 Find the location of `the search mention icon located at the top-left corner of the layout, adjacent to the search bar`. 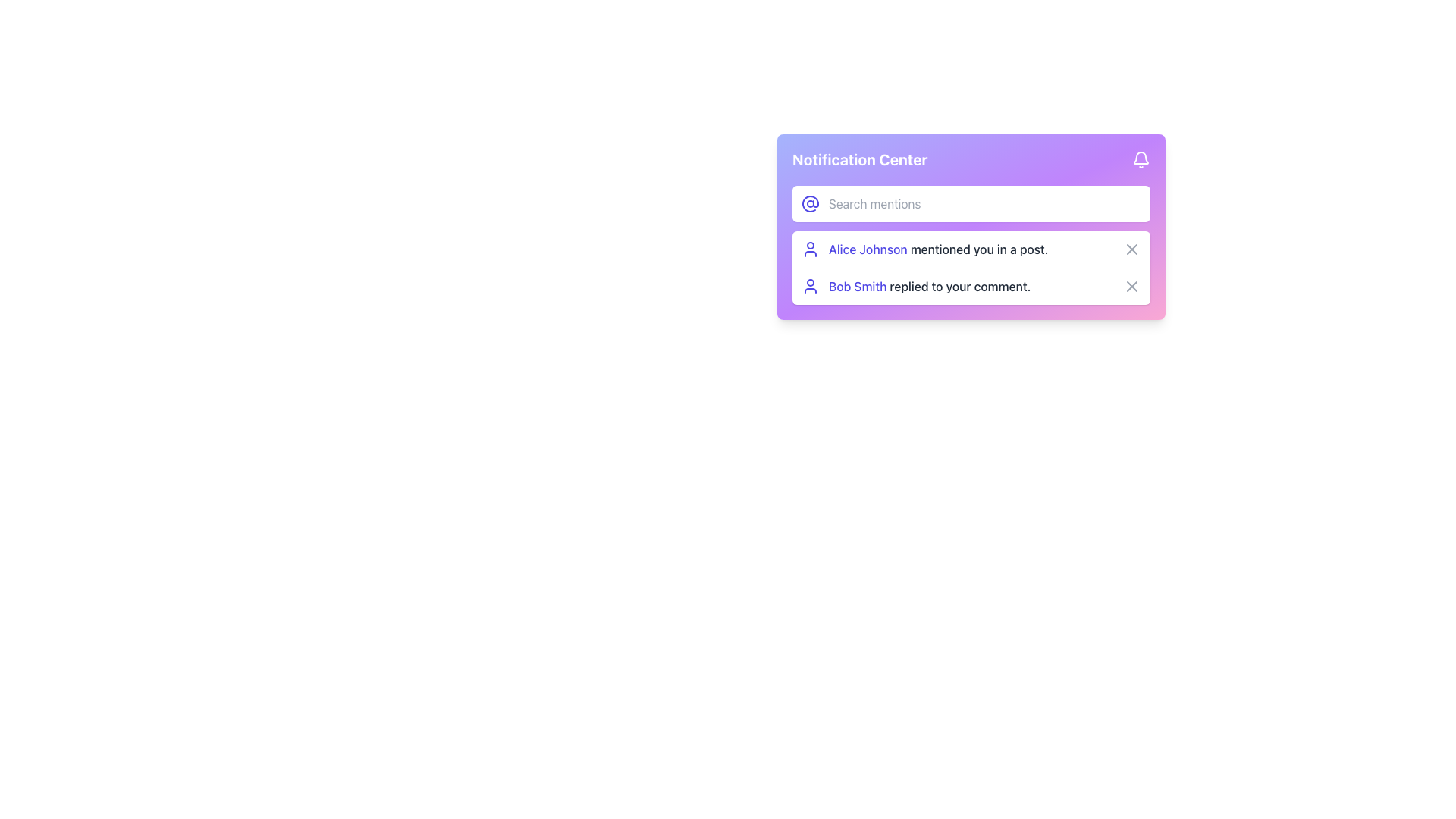

the search mention icon located at the top-left corner of the layout, adjacent to the search bar is located at coordinates (810, 203).